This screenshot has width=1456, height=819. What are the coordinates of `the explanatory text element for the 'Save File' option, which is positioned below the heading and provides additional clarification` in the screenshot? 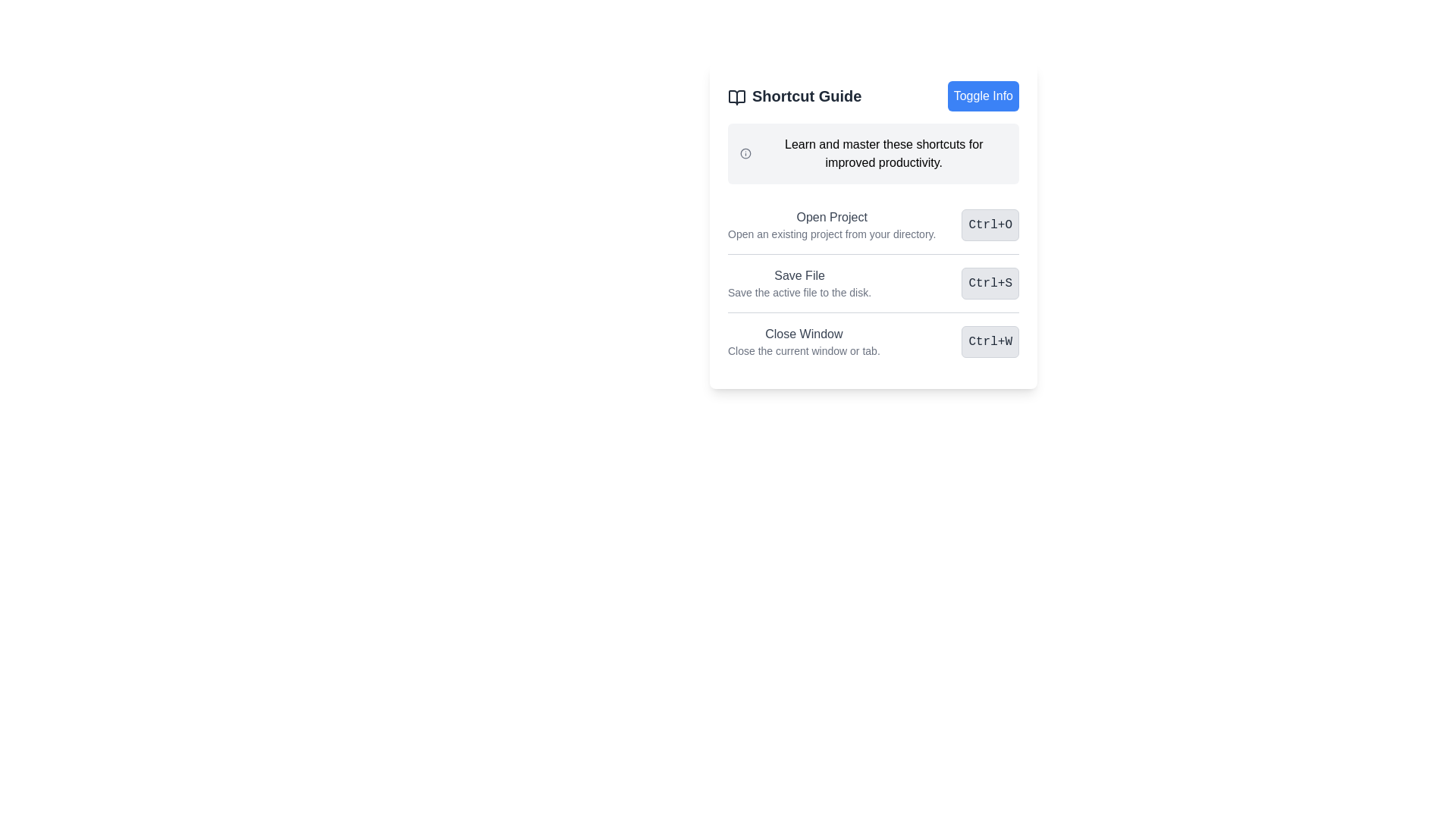 It's located at (799, 292).